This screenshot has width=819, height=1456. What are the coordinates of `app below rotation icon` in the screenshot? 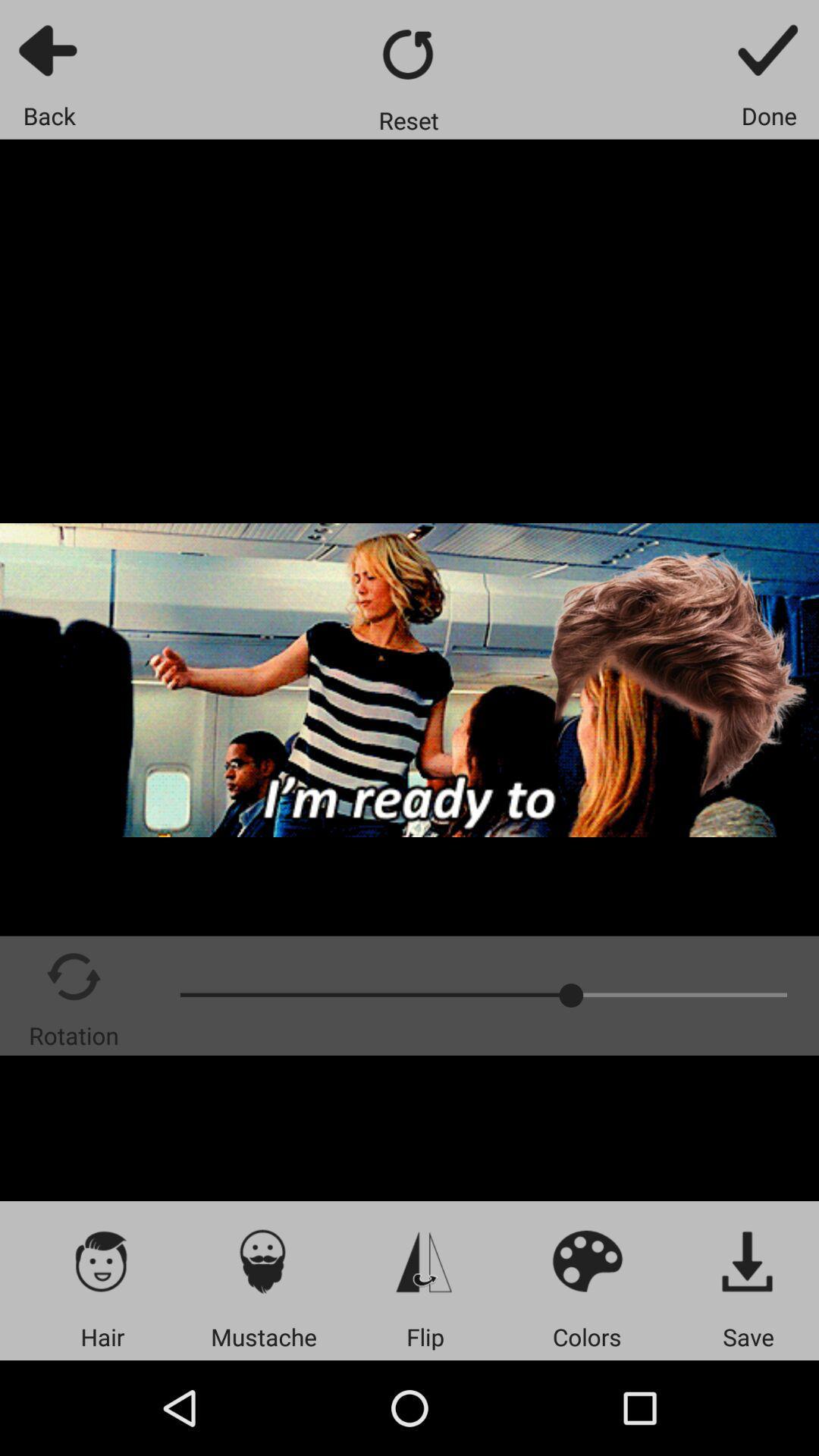 It's located at (102, 1260).